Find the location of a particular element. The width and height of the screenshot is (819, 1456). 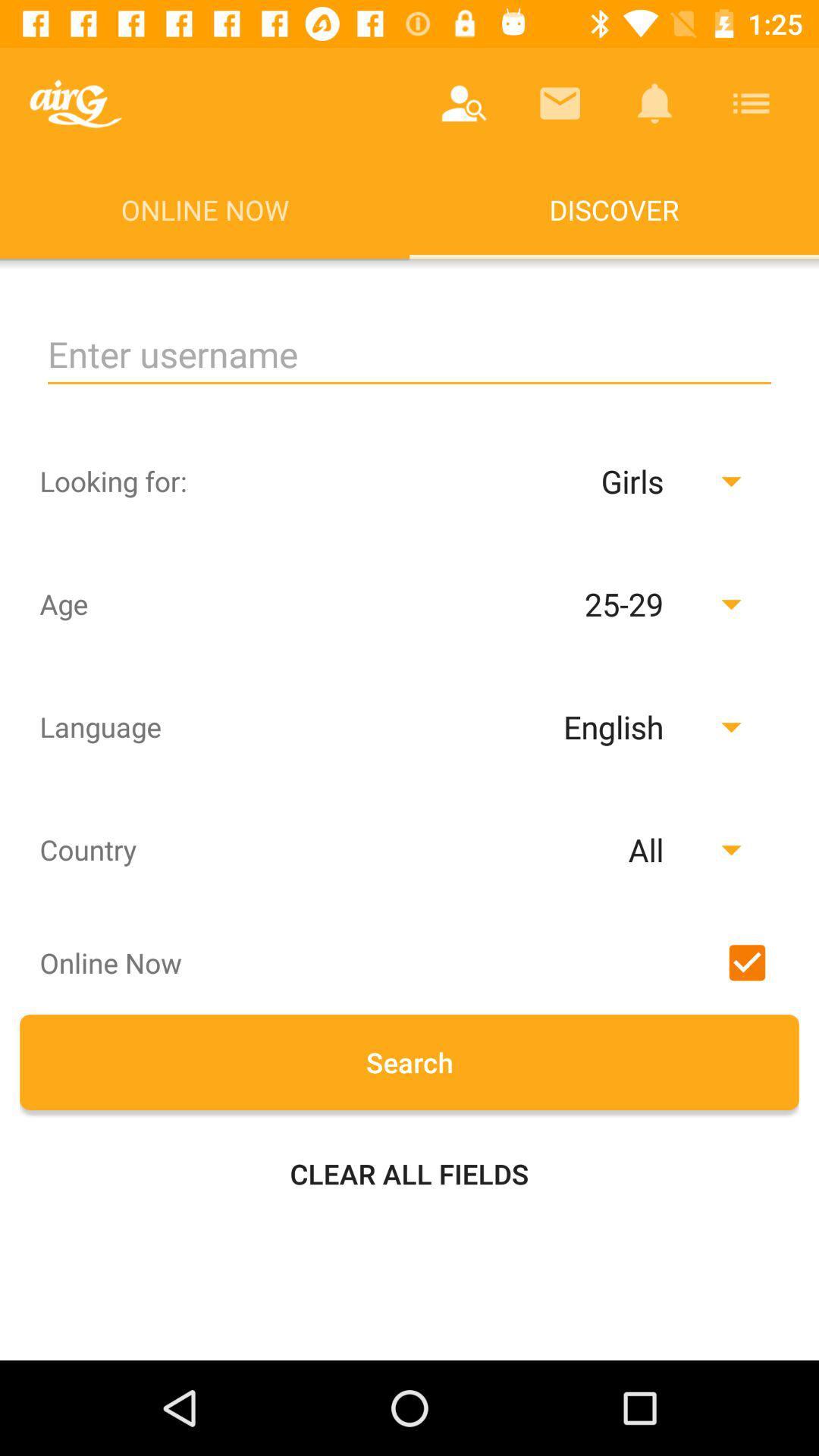

drop down button of language is located at coordinates (576, 726).